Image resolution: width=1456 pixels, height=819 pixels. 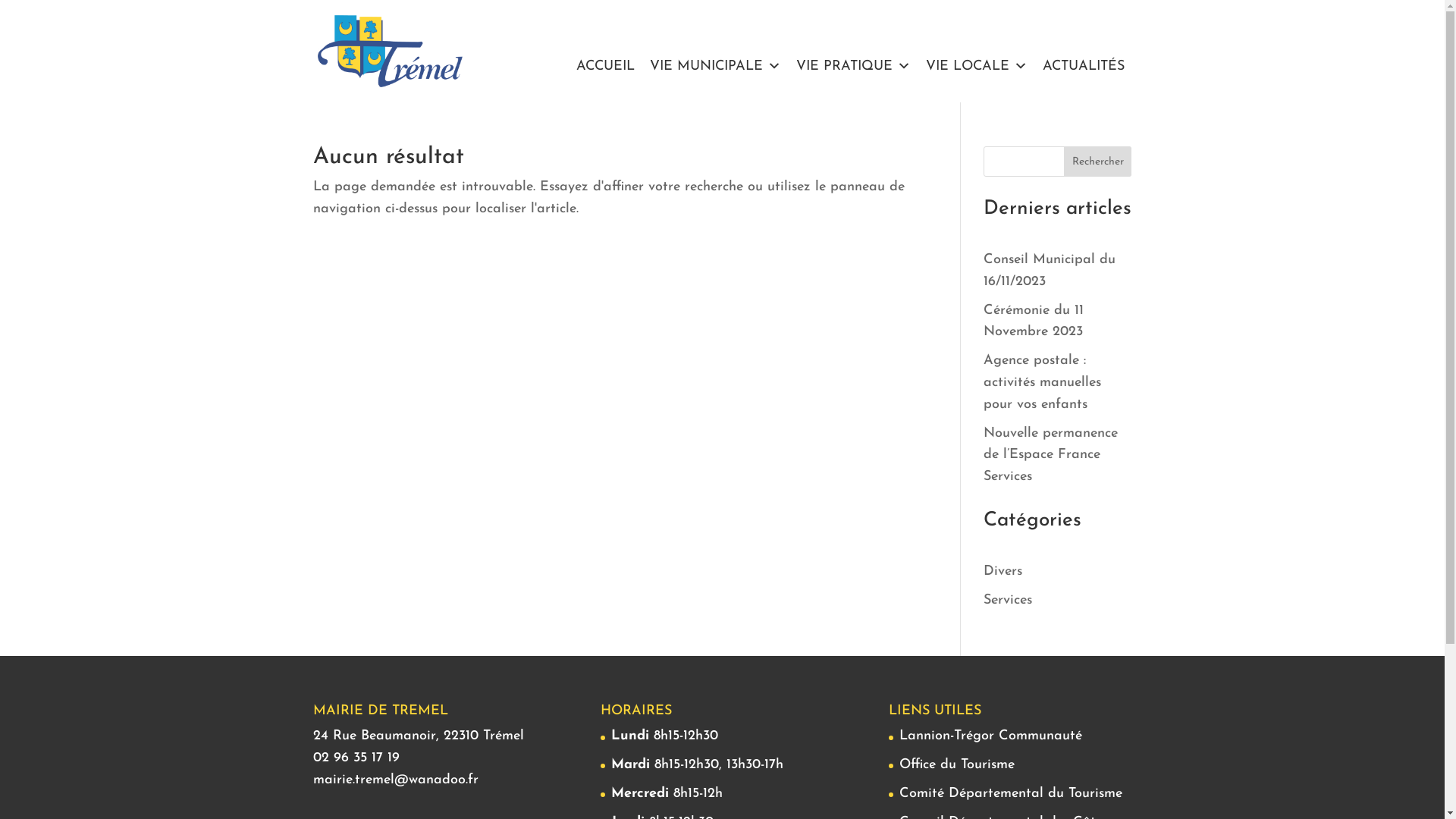 I want to click on 'Divers', so click(x=1003, y=571).